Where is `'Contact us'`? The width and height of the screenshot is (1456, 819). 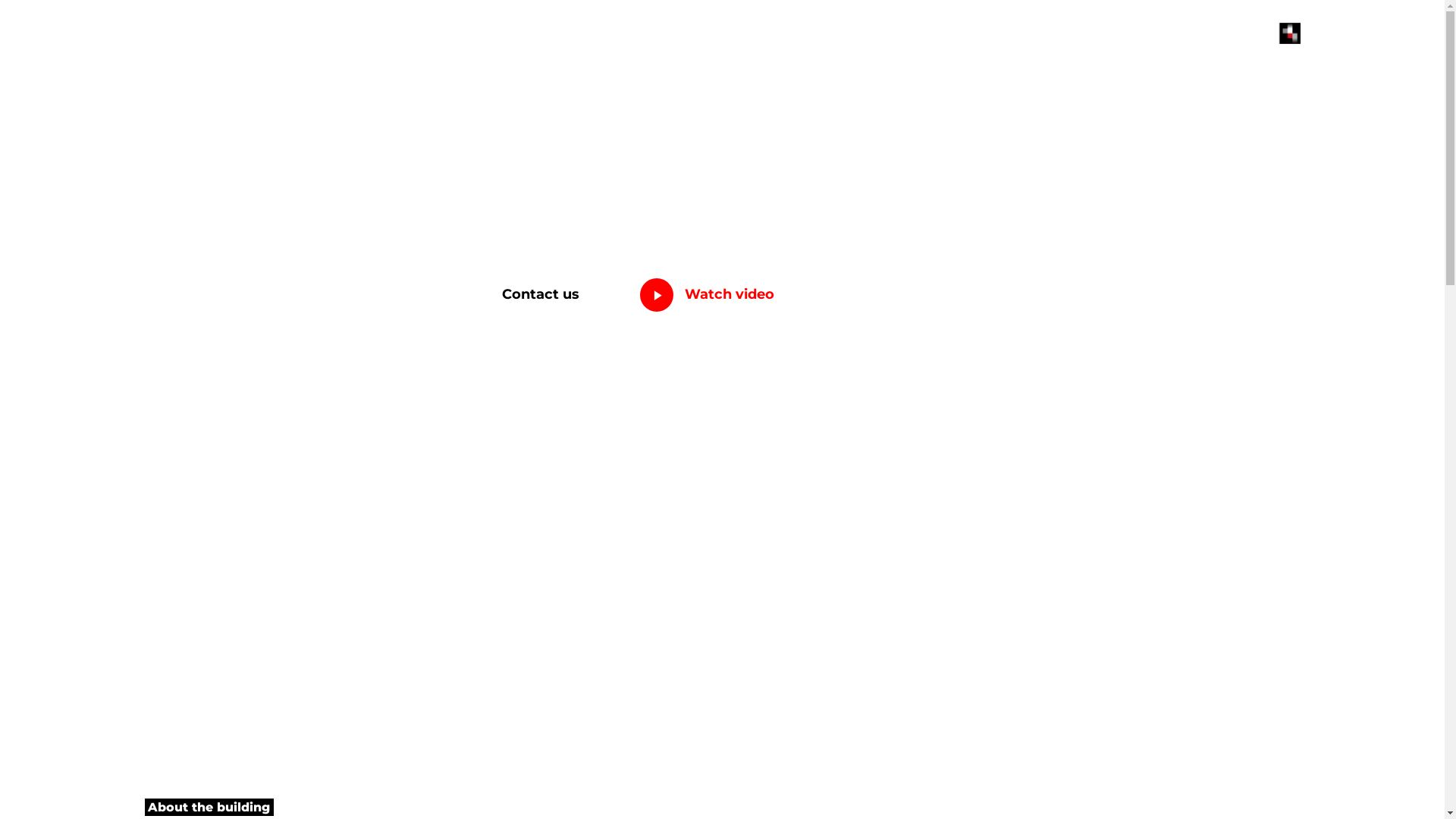 'Contact us' is located at coordinates (541, 294).